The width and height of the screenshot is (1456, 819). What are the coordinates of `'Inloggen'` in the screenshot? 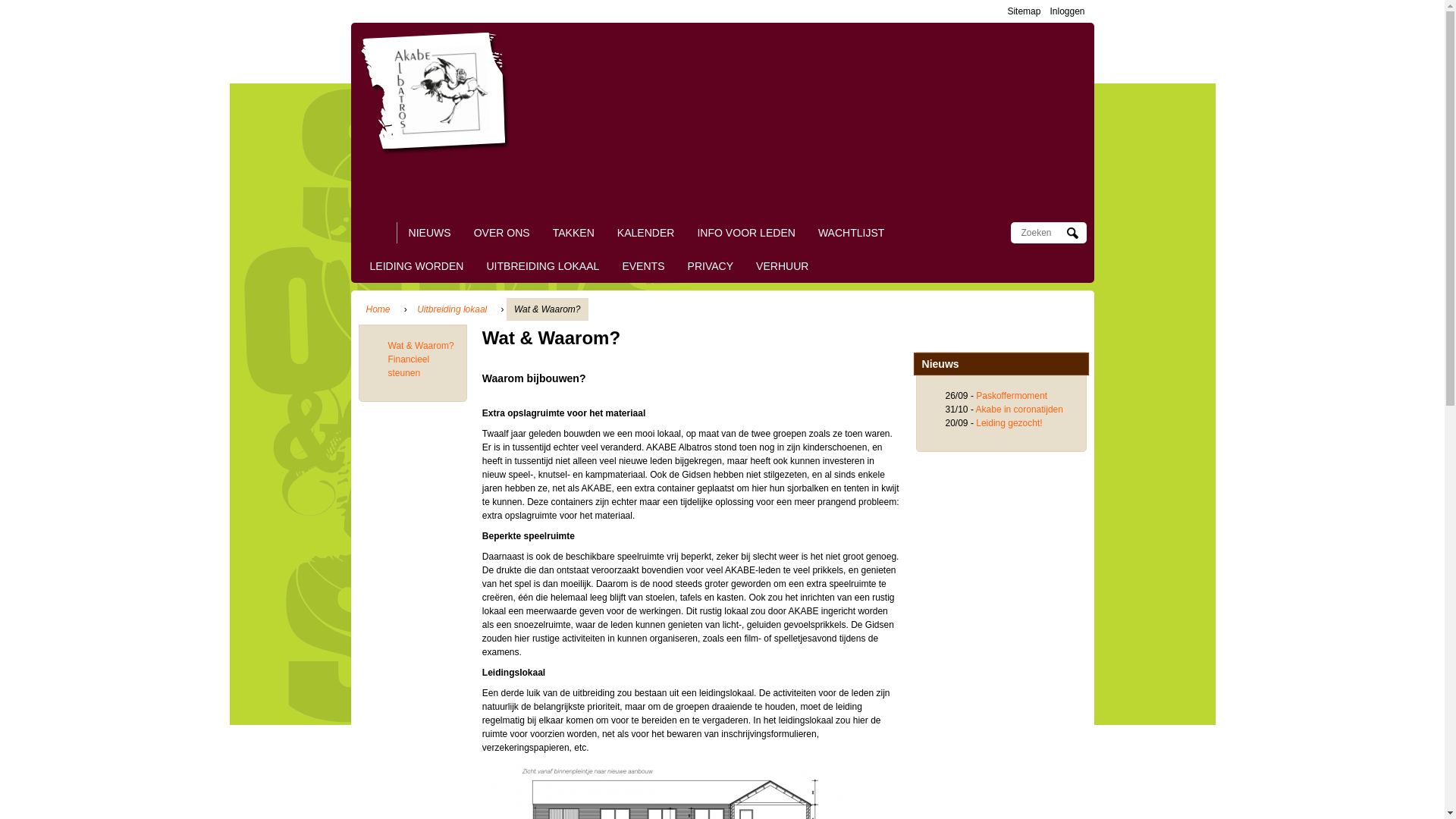 It's located at (1065, 11).